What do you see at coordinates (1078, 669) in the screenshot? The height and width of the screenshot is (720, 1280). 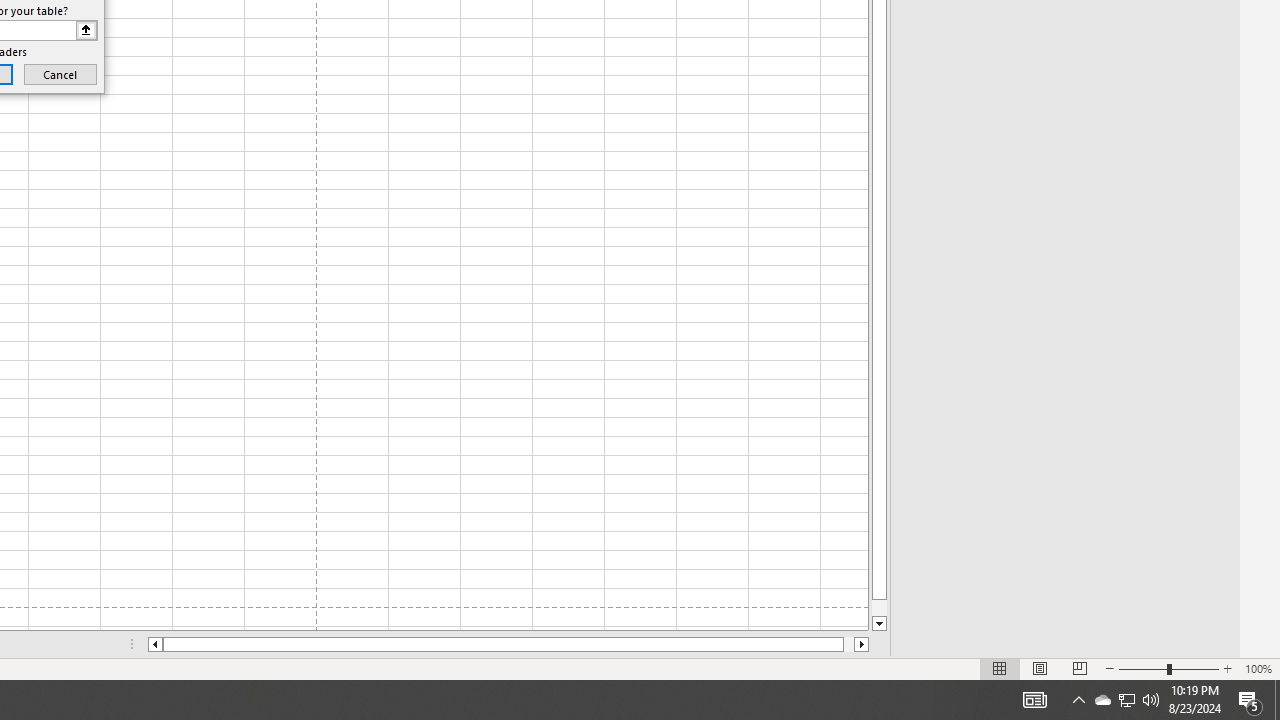 I see `'Page Break Preview'` at bounding box center [1078, 669].